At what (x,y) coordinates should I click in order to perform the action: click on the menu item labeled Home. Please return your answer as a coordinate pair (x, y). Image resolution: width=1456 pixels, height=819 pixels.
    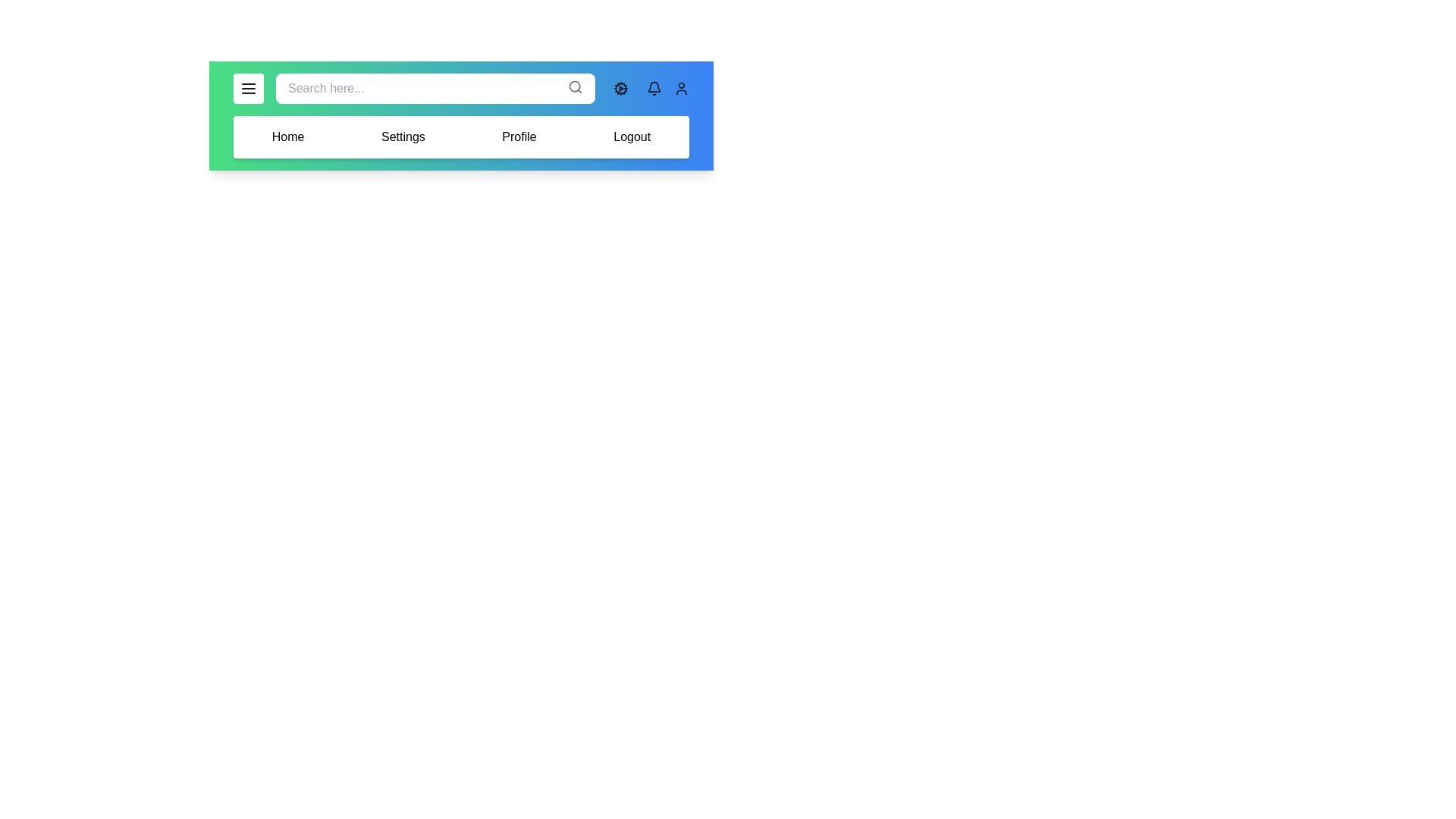
    Looking at the image, I should click on (287, 137).